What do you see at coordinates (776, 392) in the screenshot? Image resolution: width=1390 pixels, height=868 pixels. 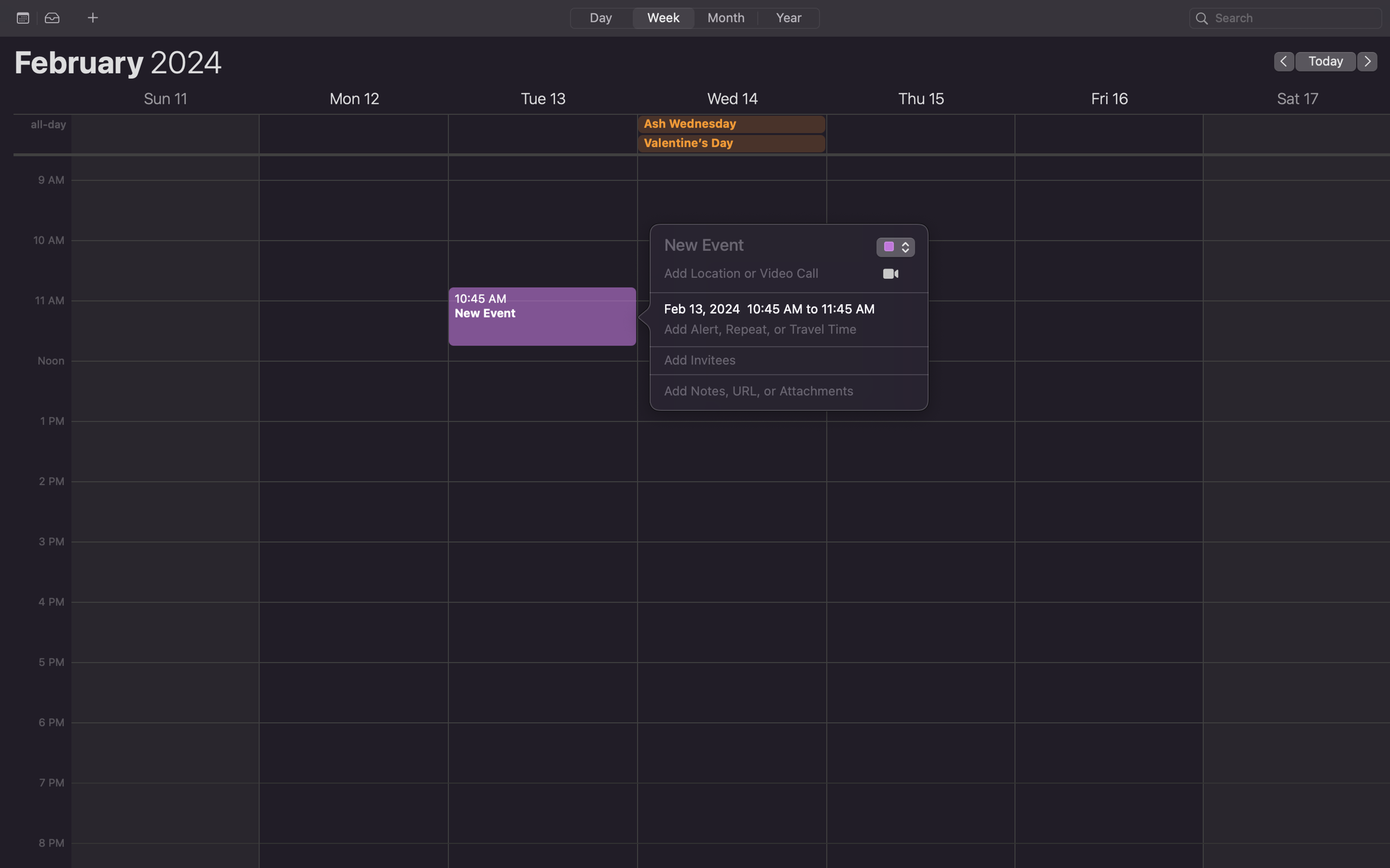 I see `Add the notes "Please RSVP by Friday"` at bounding box center [776, 392].